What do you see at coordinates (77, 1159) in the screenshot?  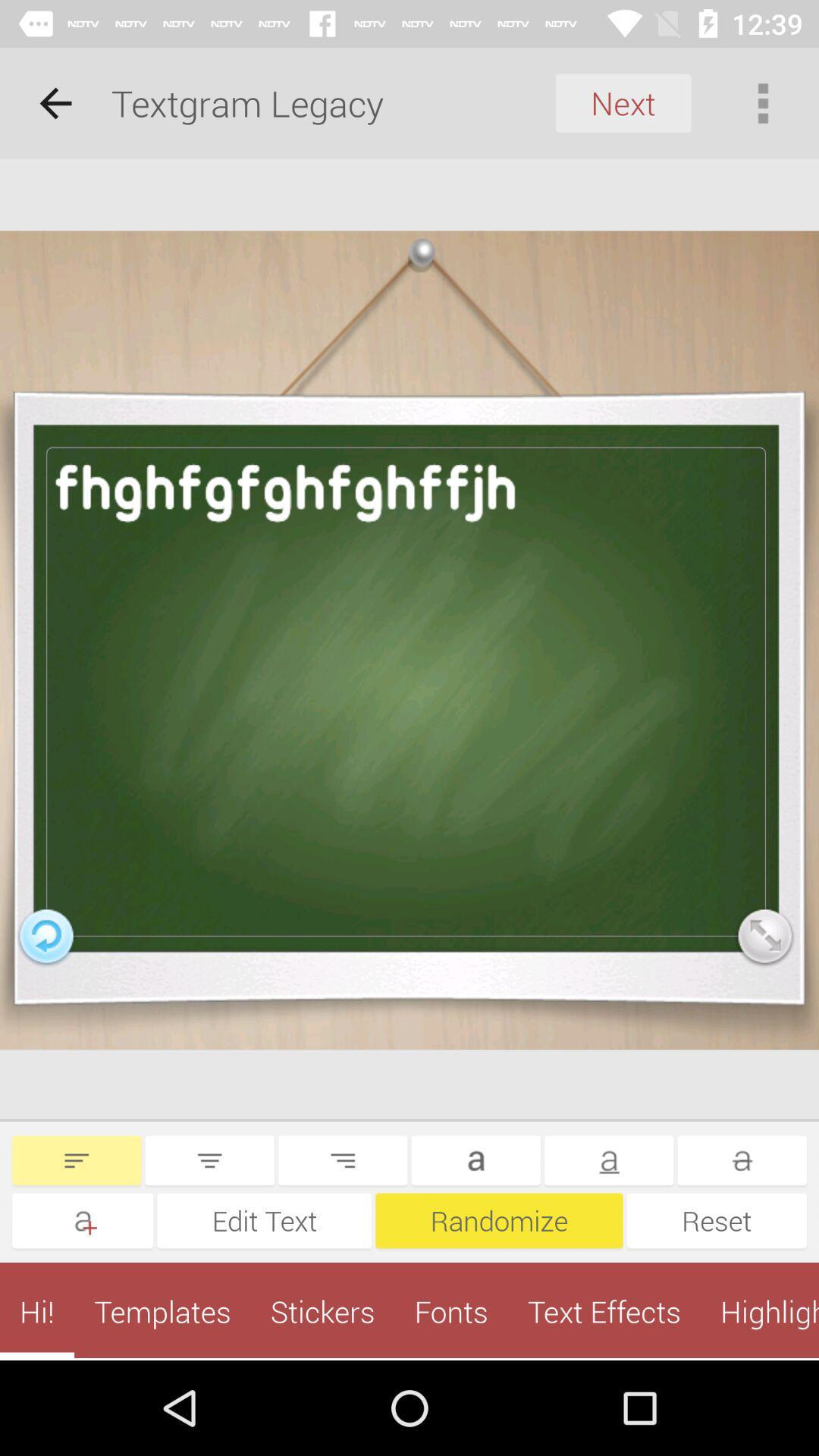 I see `change indentation` at bounding box center [77, 1159].